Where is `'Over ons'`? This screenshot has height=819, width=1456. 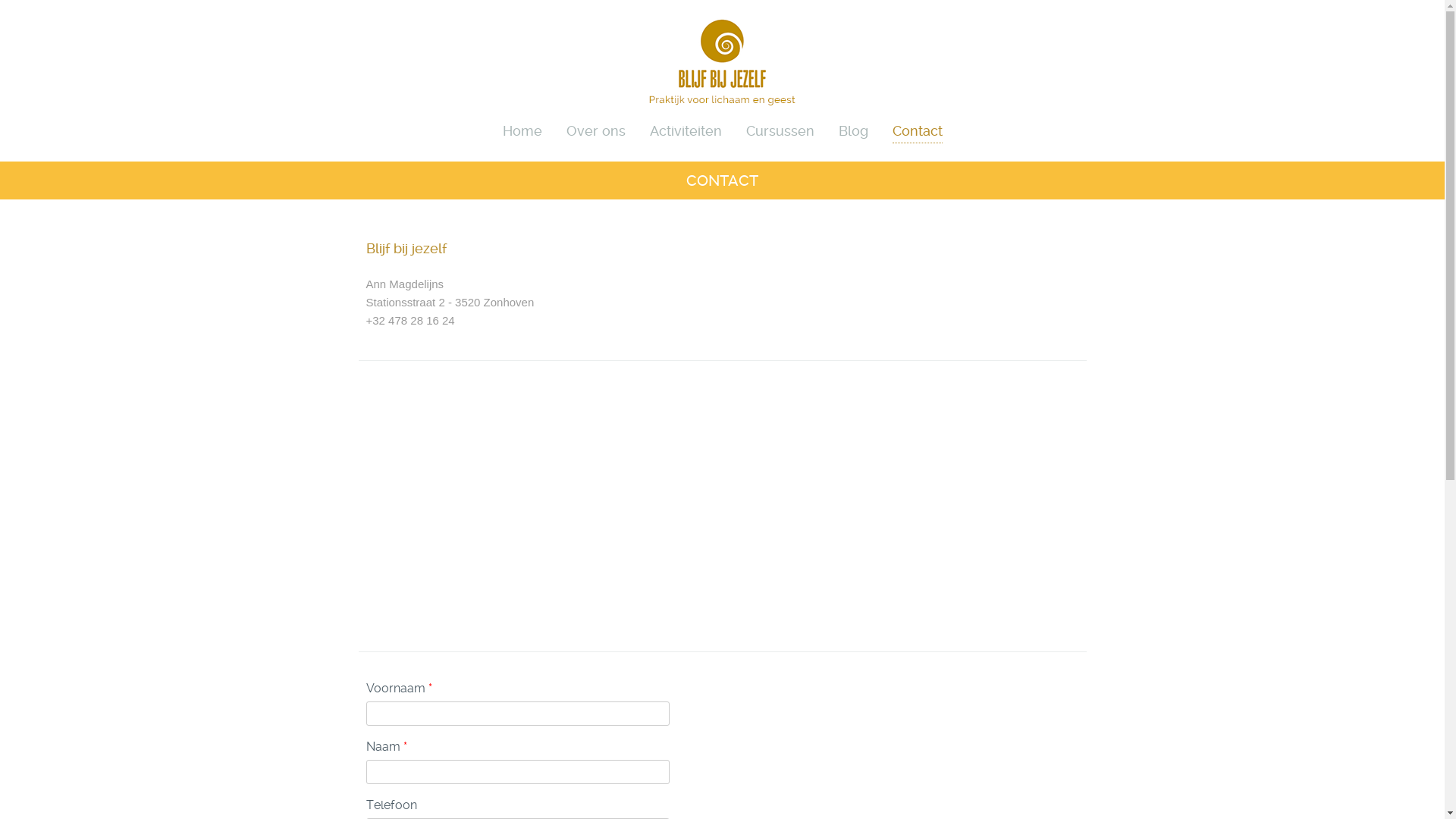 'Over ons' is located at coordinates (595, 128).